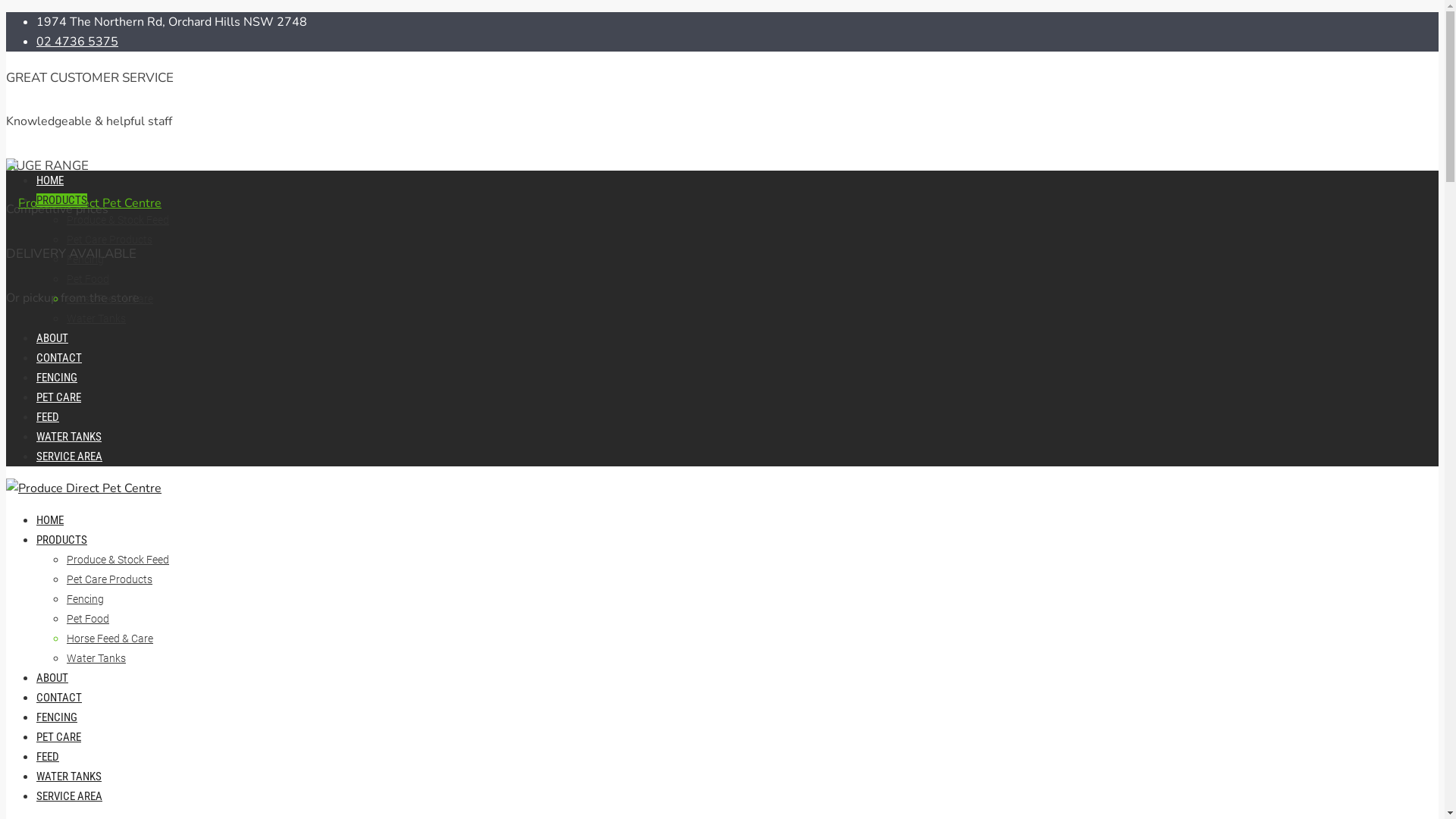 This screenshot has width=1456, height=819. I want to click on 'FEED', so click(47, 757).